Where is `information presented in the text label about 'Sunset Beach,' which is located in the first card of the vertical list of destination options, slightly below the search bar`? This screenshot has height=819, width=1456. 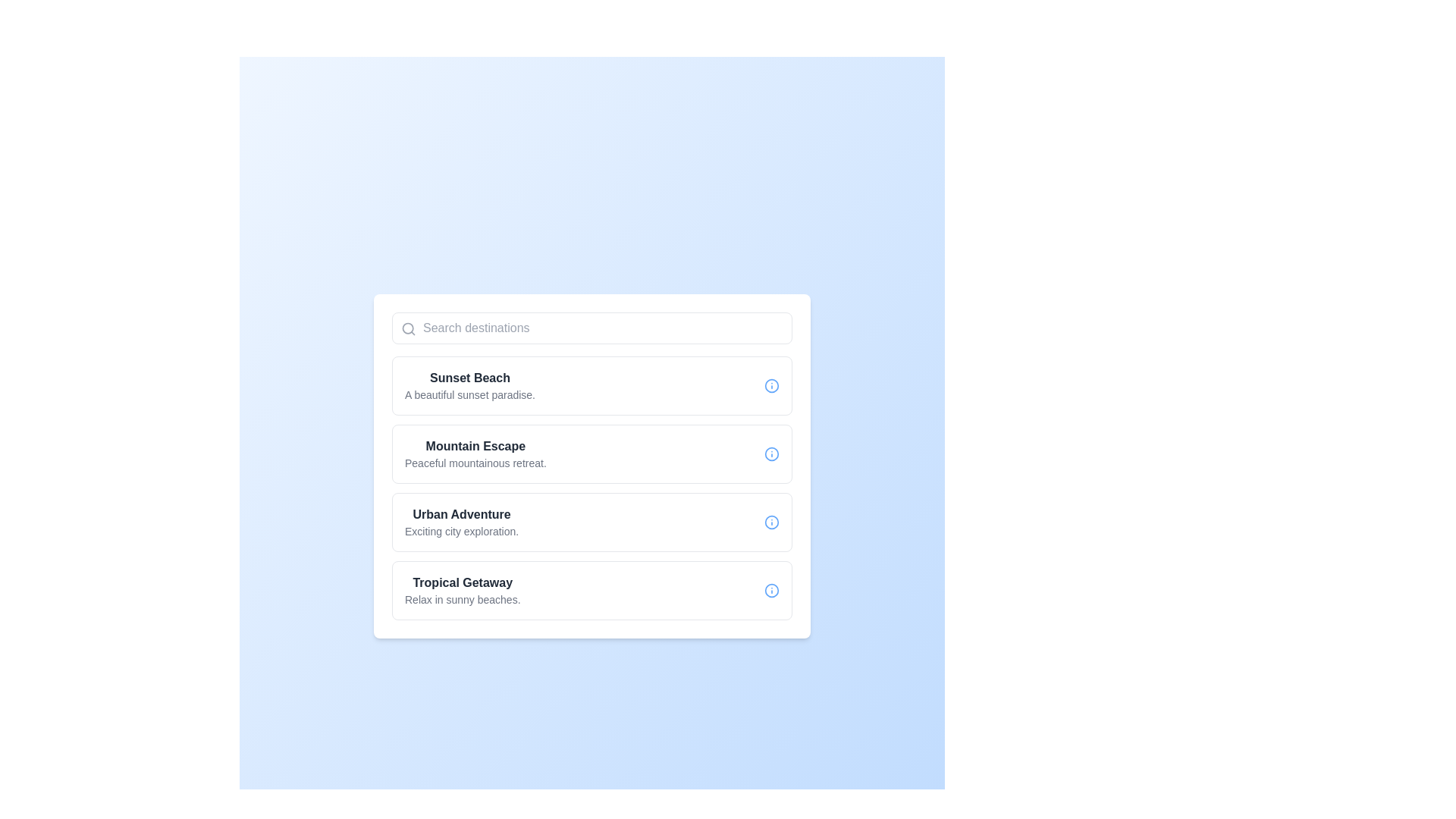
information presented in the text label about 'Sunset Beach,' which is located in the first card of the vertical list of destination options, slightly below the search bar is located at coordinates (469, 385).